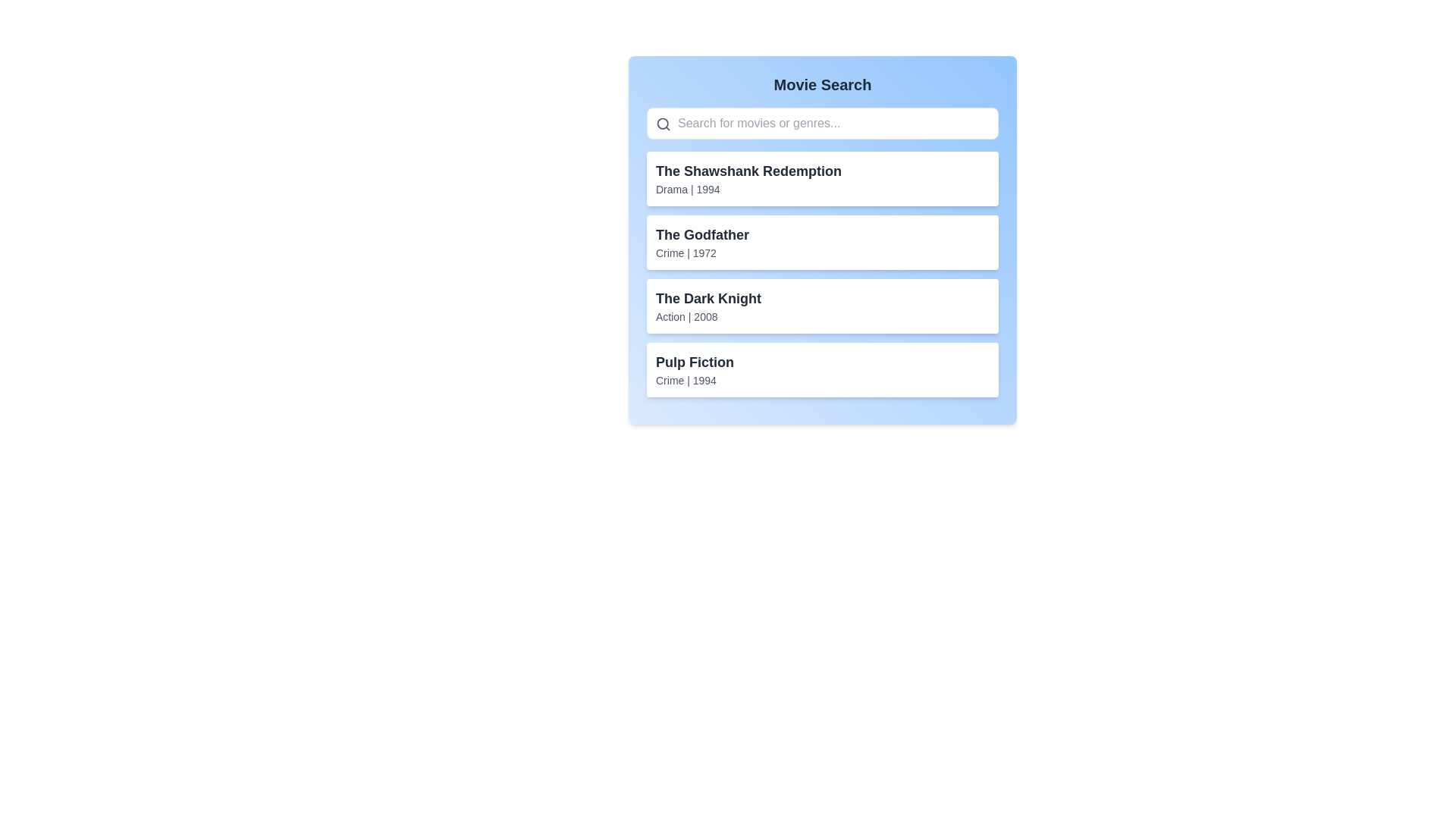 The image size is (1456, 819). Describe the element at coordinates (663, 123) in the screenshot. I see `the circular SVG element that is part of the search icon, positioned adjacent to the movie or genre input field` at that location.